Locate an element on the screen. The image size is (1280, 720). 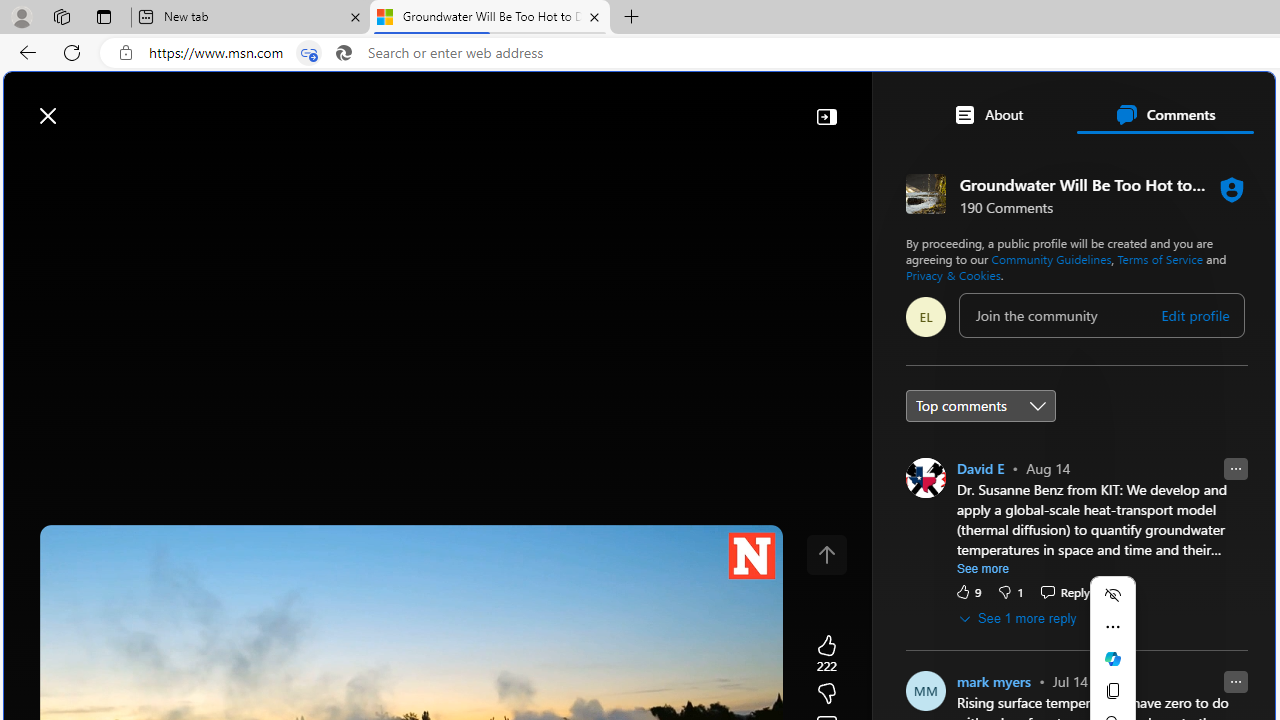
'Privacy & Cookies' is located at coordinates (951, 274).